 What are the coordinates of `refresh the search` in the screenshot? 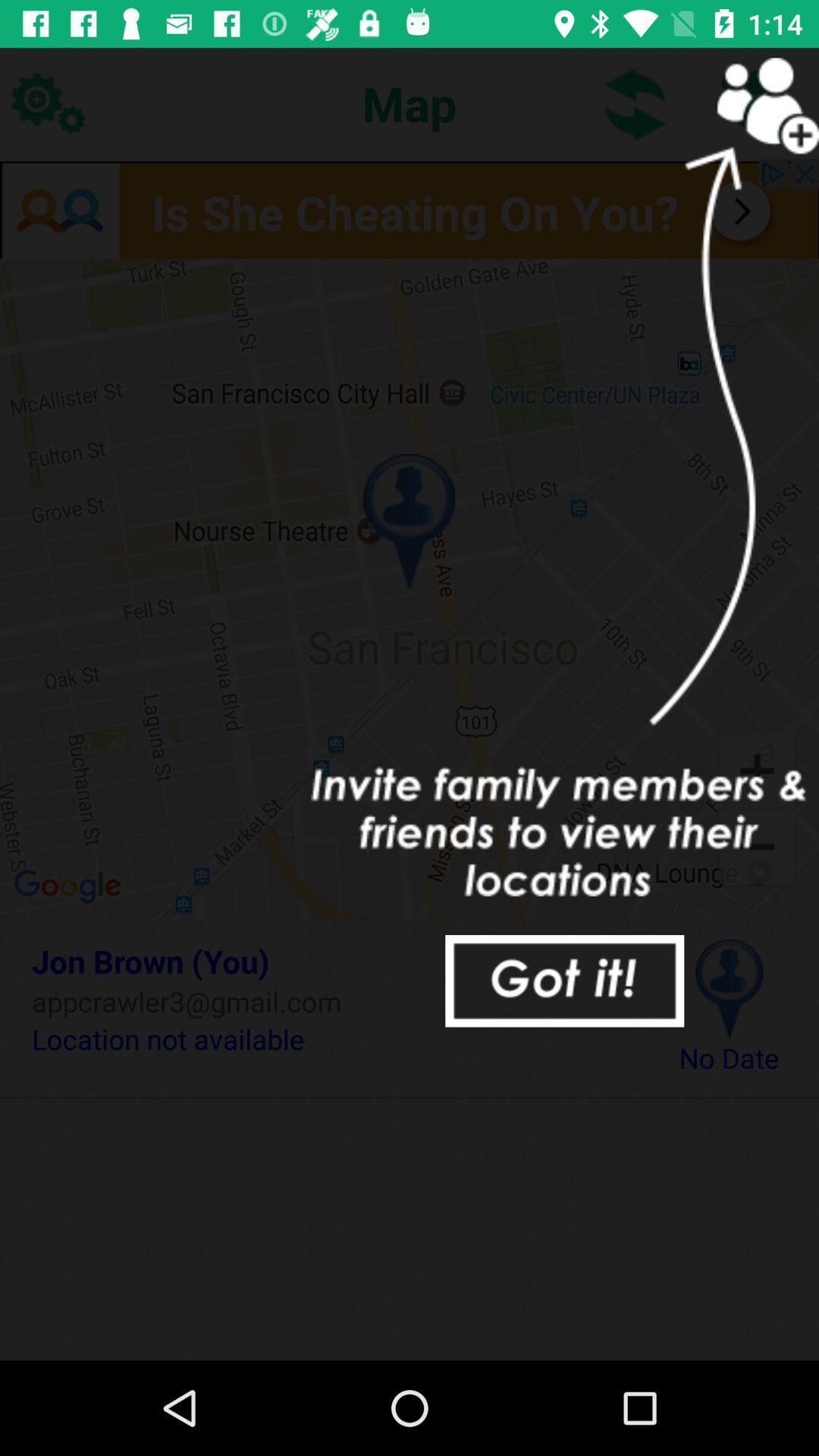 It's located at (635, 102).